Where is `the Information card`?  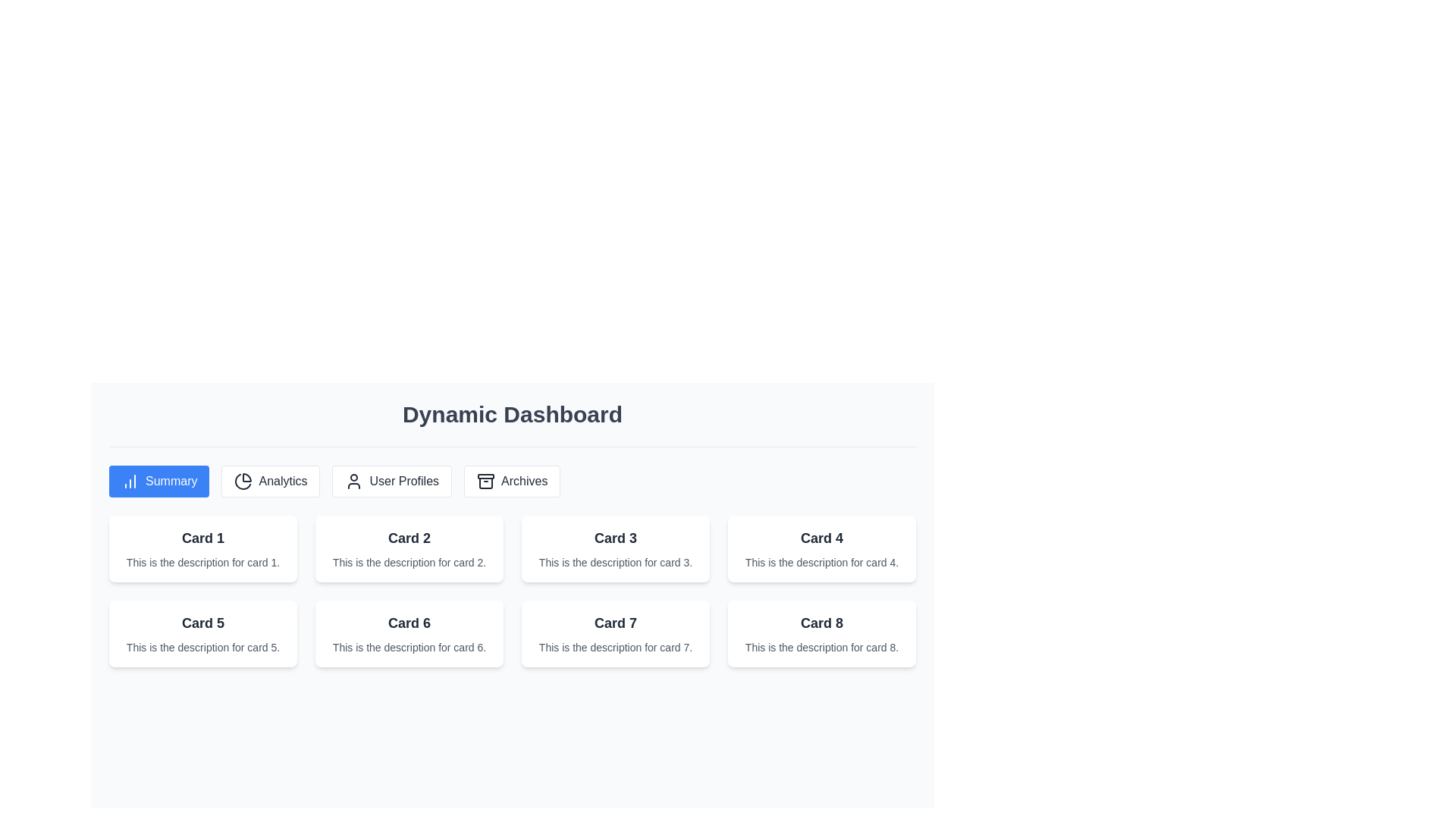
the Information card is located at coordinates (409, 549).